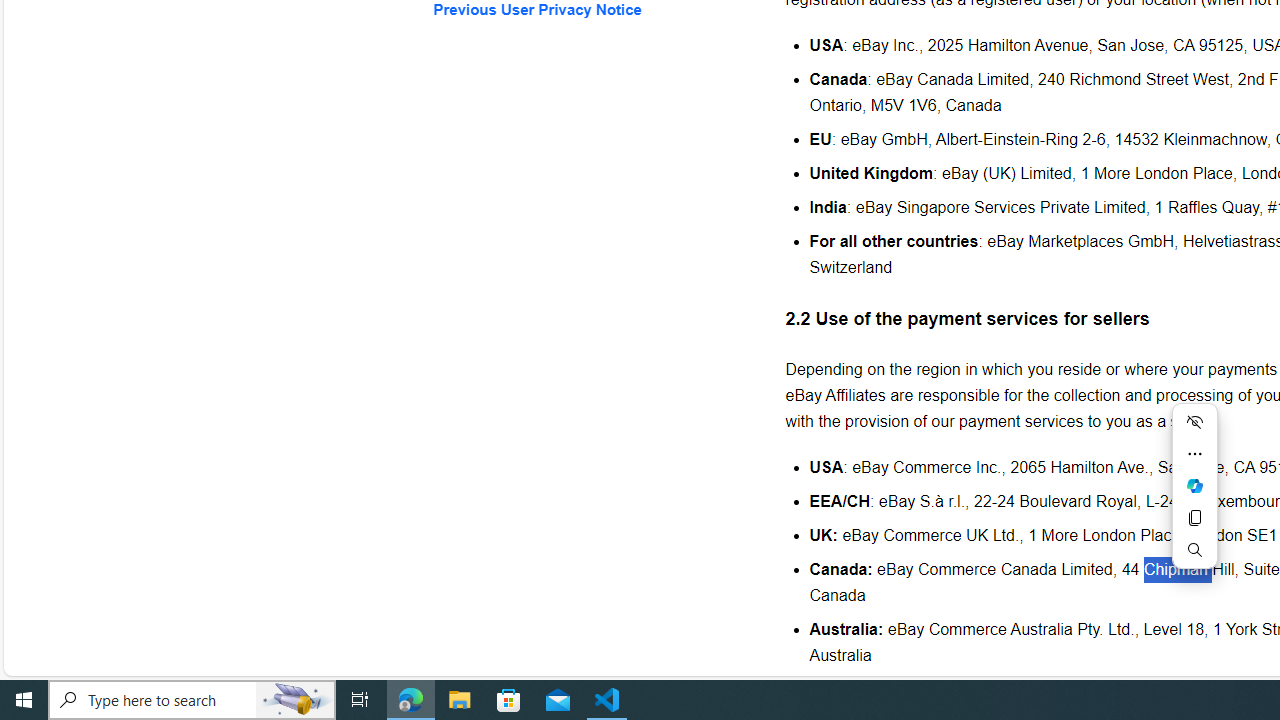 The width and height of the screenshot is (1280, 720). I want to click on 'Mini menu on text selection', so click(1194, 486).